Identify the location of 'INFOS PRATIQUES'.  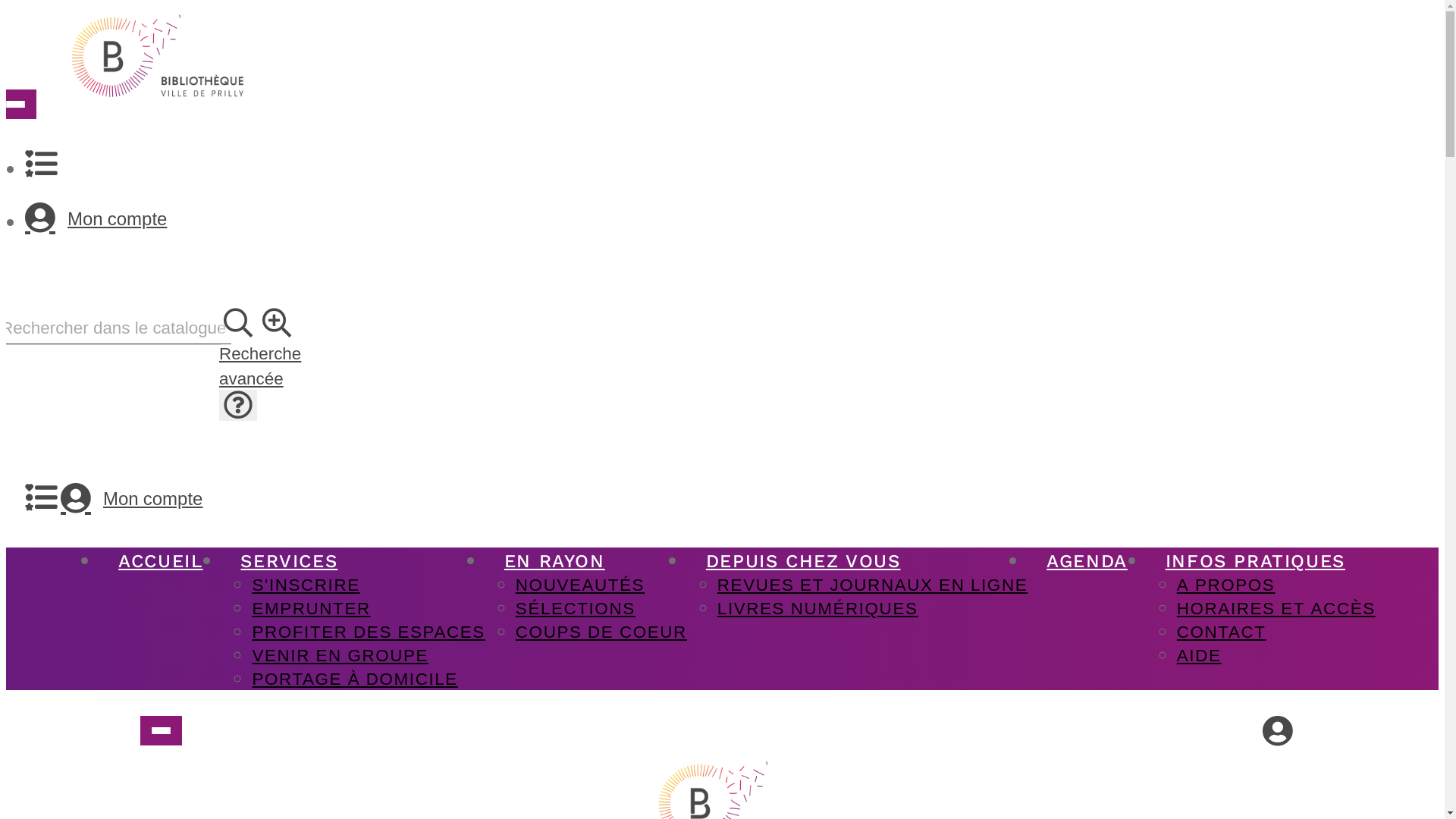
(1255, 561).